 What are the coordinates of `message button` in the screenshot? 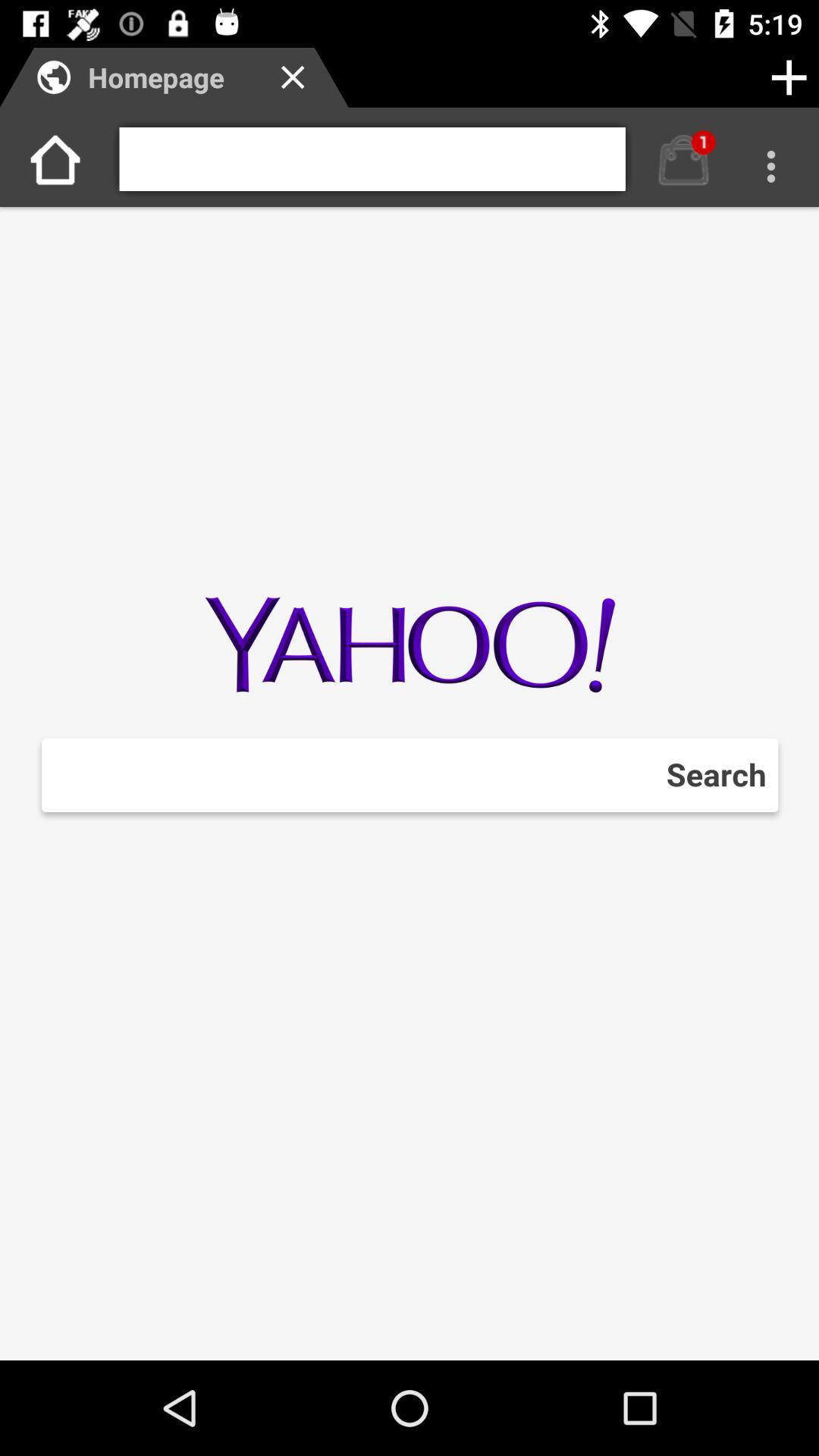 It's located at (683, 159).